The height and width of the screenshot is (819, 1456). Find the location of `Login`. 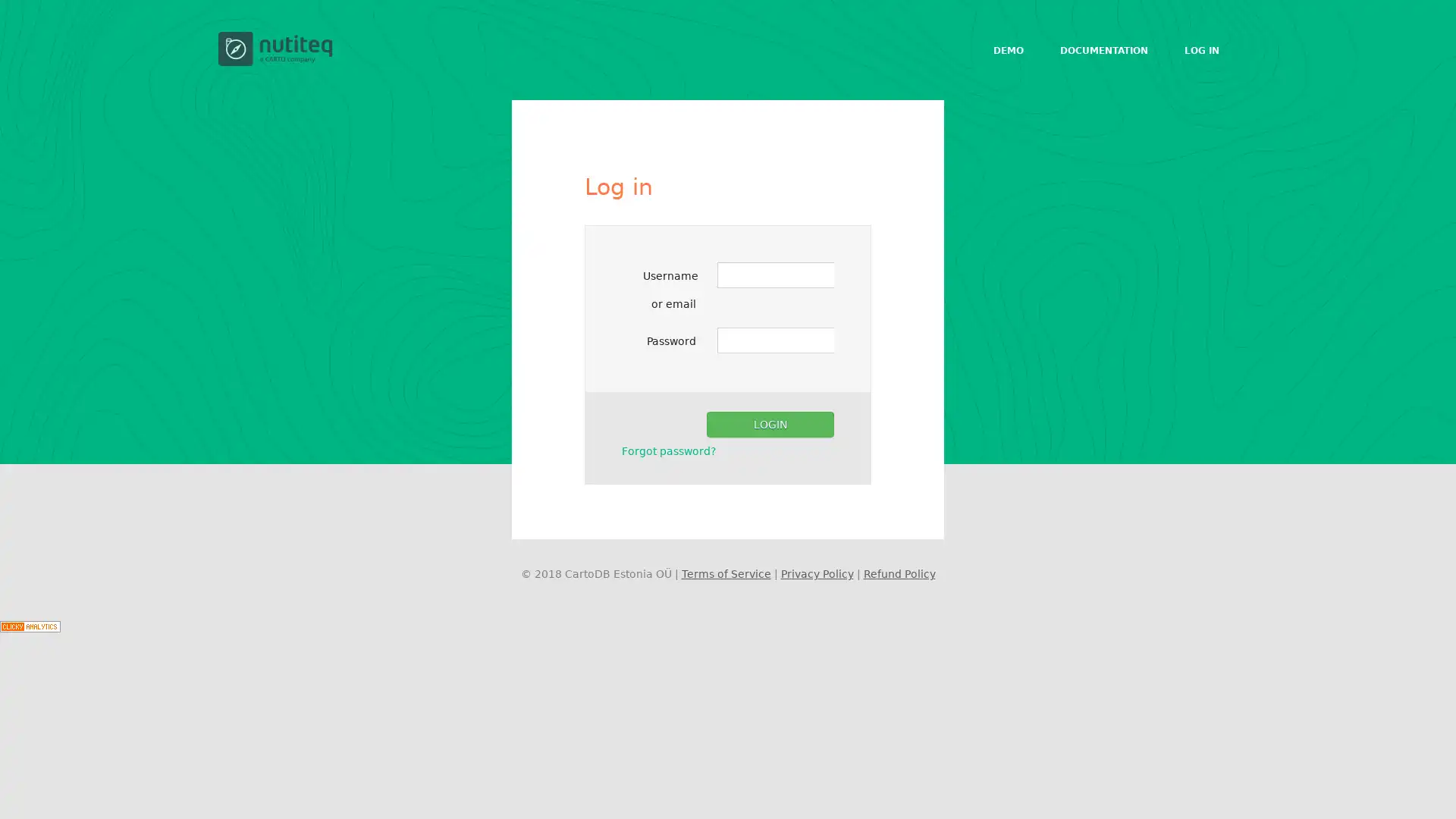

Login is located at coordinates (770, 424).